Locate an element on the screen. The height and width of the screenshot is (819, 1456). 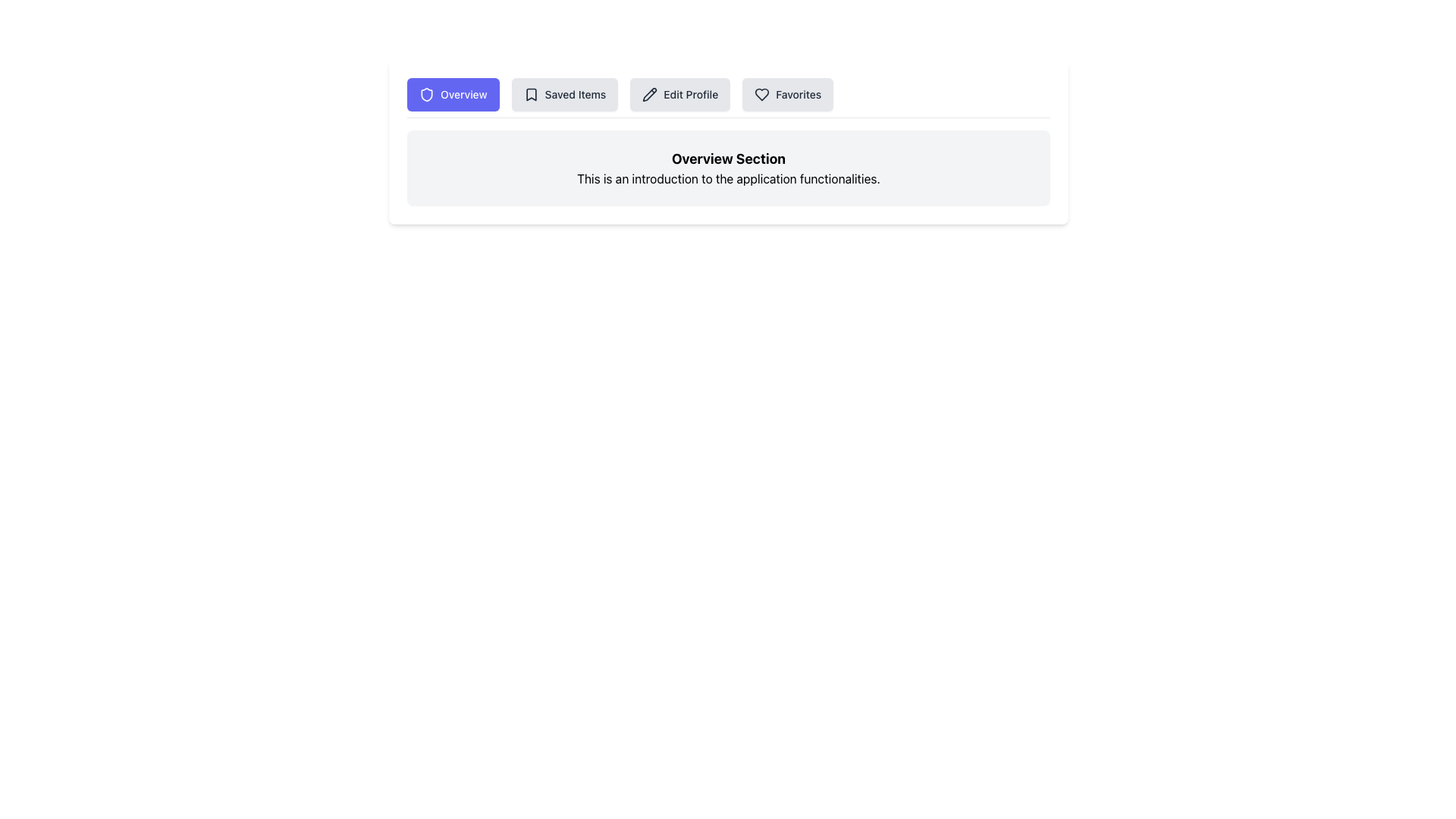
the blue 'Overview' button with rounded corners, which is the first button in a row of four at the top of the interface is located at coordinates (452, 94).